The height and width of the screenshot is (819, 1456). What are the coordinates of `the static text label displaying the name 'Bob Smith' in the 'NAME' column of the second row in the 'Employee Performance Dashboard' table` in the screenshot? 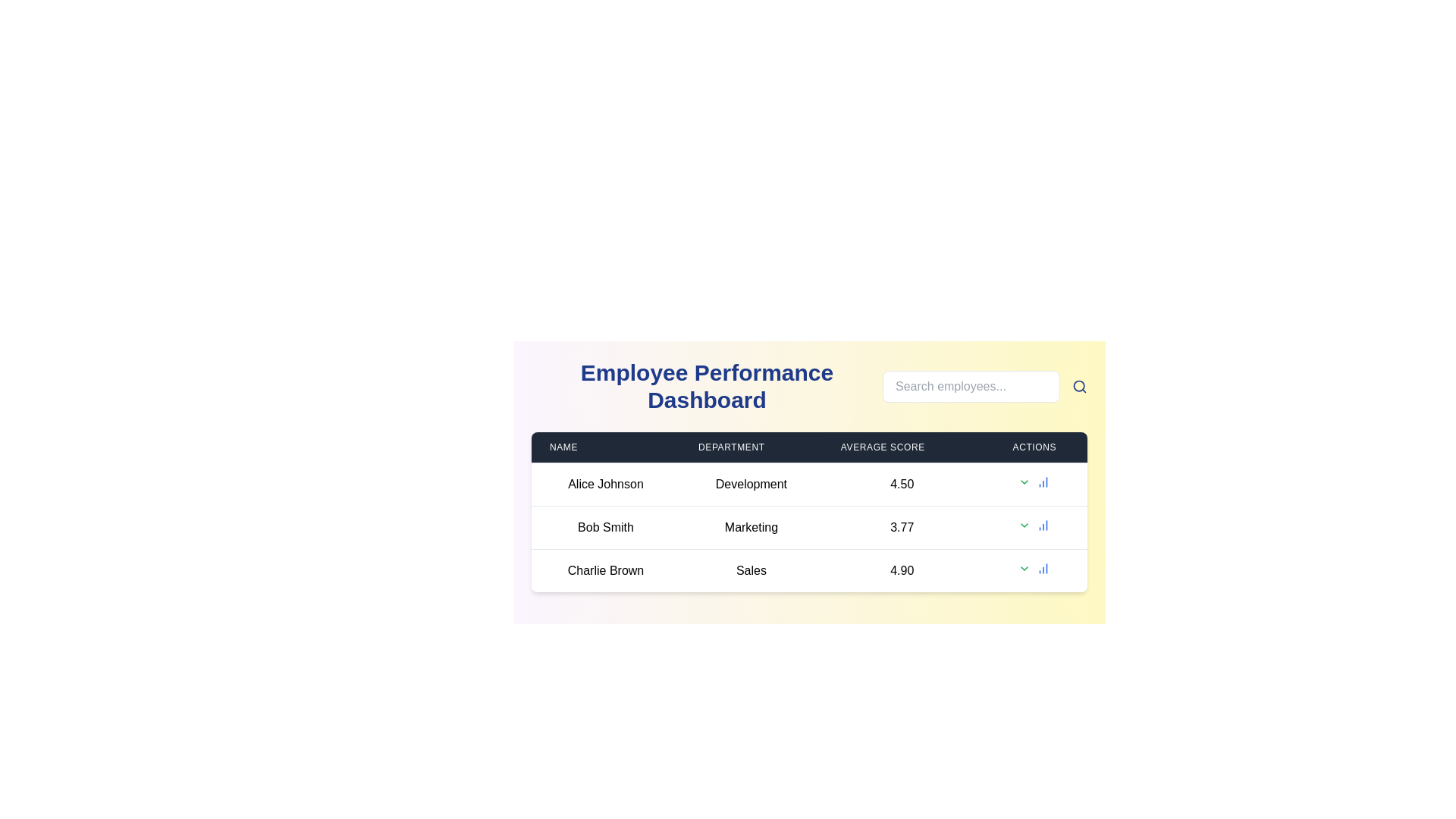 It's located at (605, 526).